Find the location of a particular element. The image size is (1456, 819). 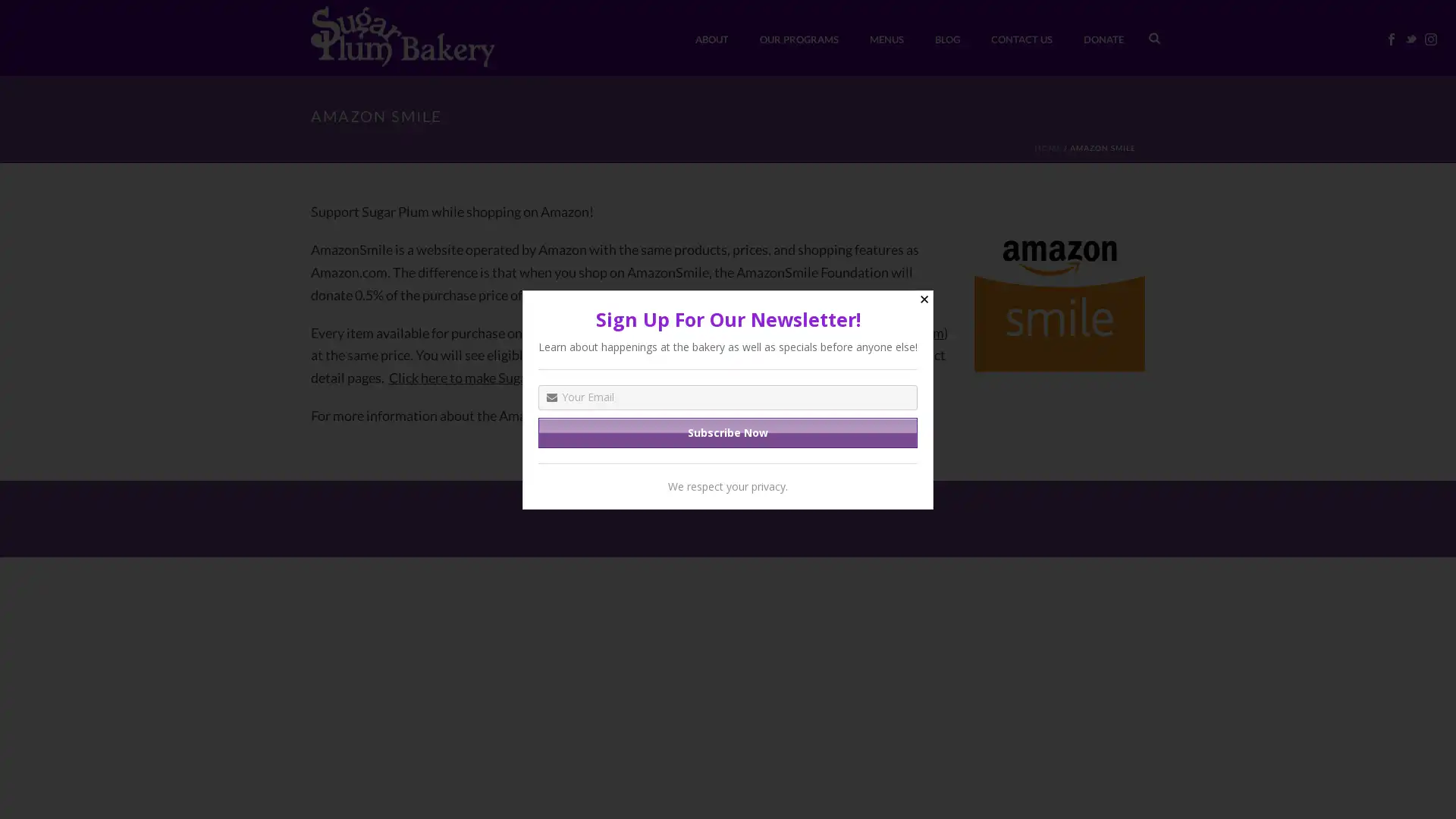

Subscribe Now is located at coordinates (728, 432).